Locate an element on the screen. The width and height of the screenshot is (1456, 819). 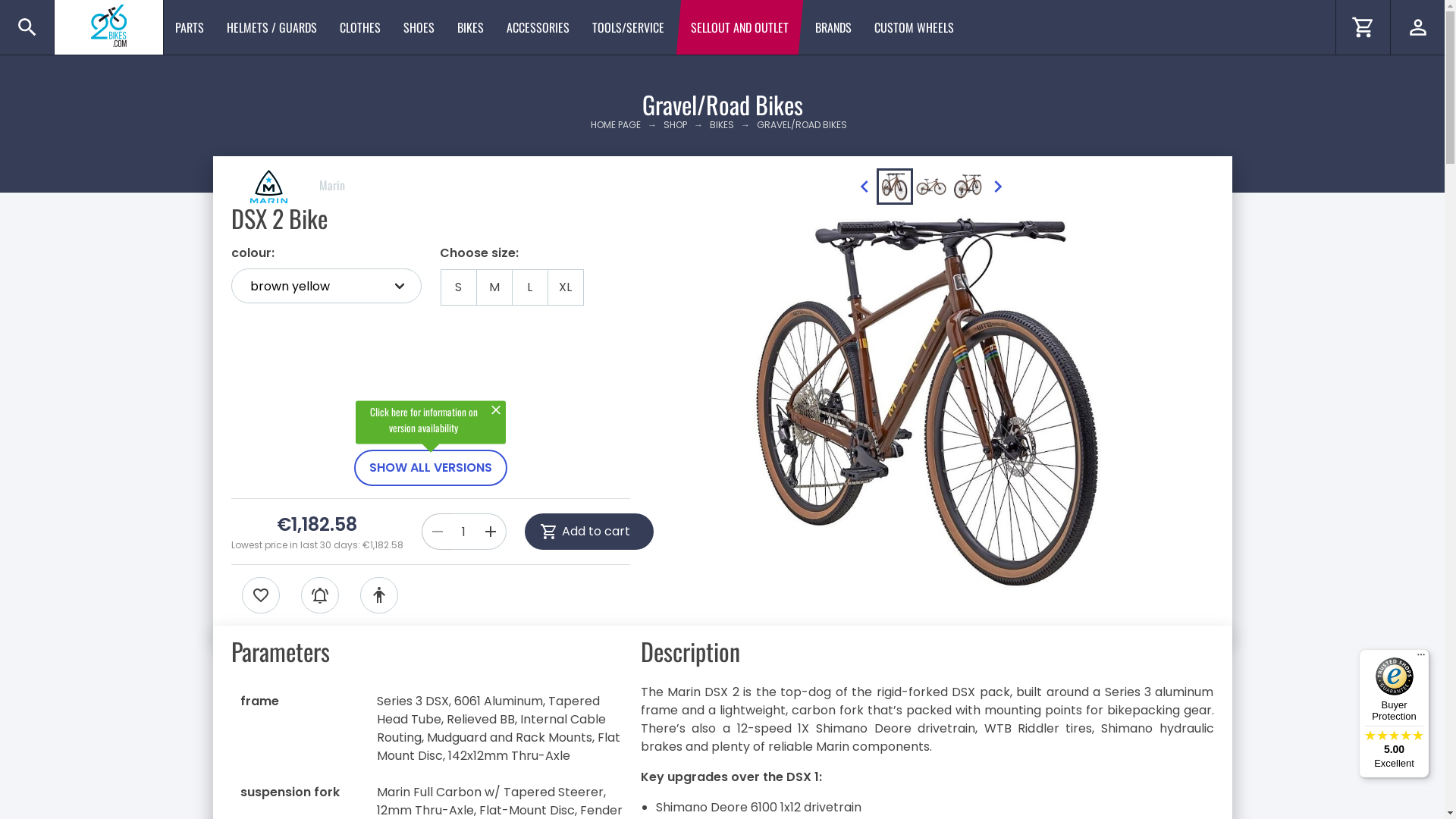
'GRAVEL/ROAD BIKES' is located at coordinates (801, 124).